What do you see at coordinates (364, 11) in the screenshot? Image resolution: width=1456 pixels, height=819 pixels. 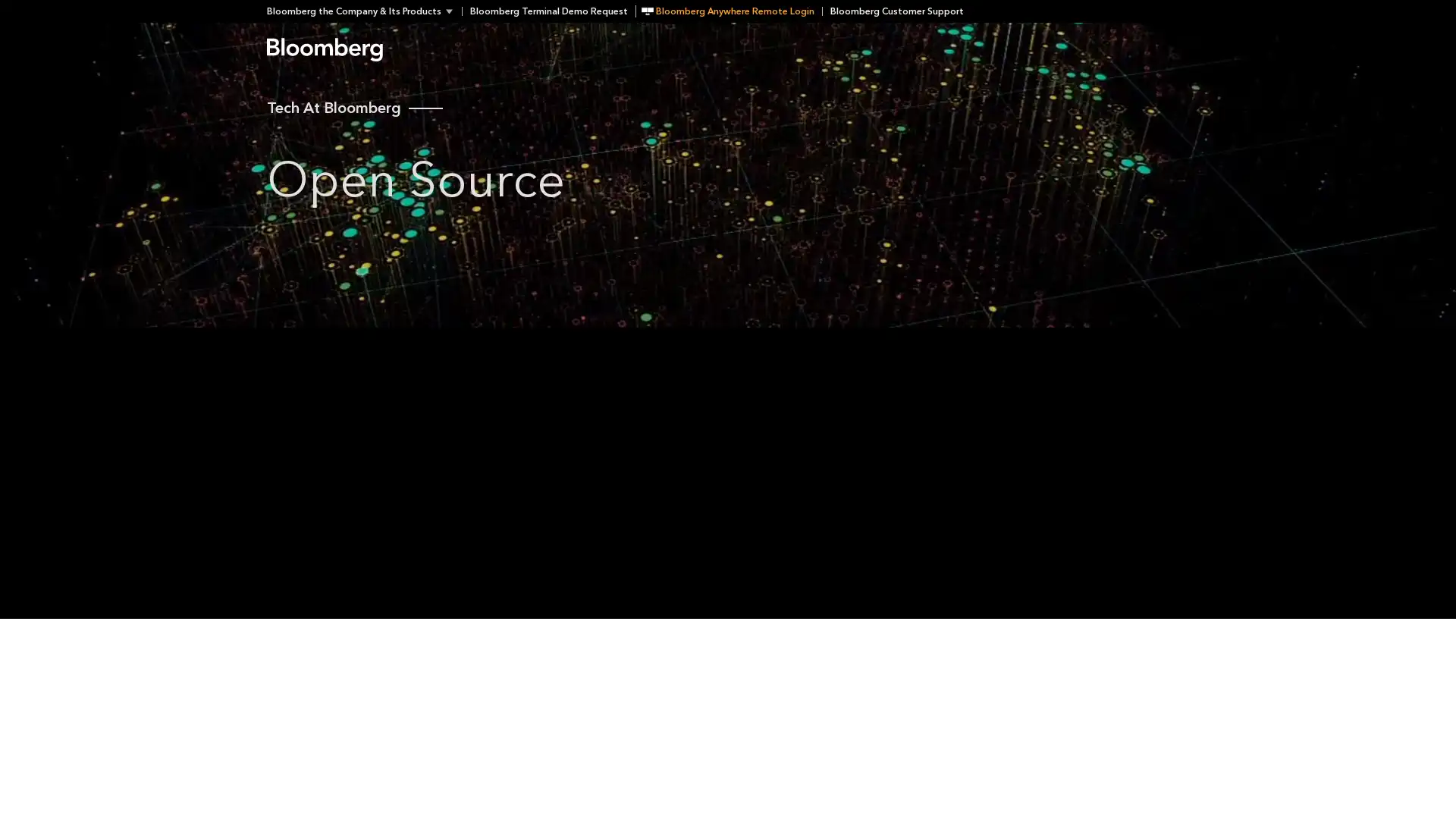 I see `Bloomberg the Company & Its Products` at bounding box center [364, 11].